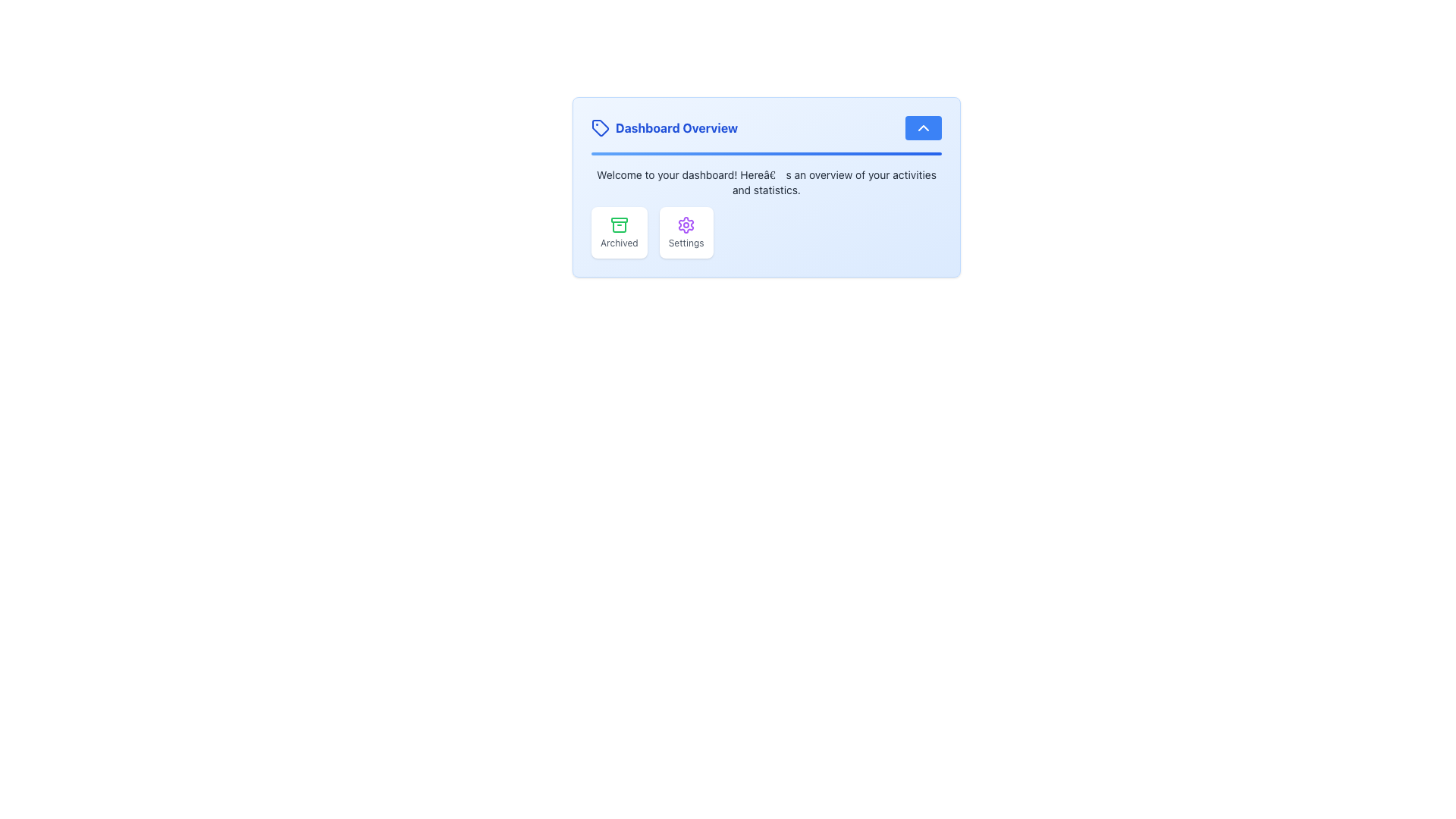 Image resolution: width=1456 pixels, height=819 pixels. Describe the element at coordinates (923, 127) in the screenshot. I see `the upward-pointing chevron icon with a white outline on a blue background, located at the top-right corner of the Dashboard Overview button` at that location.